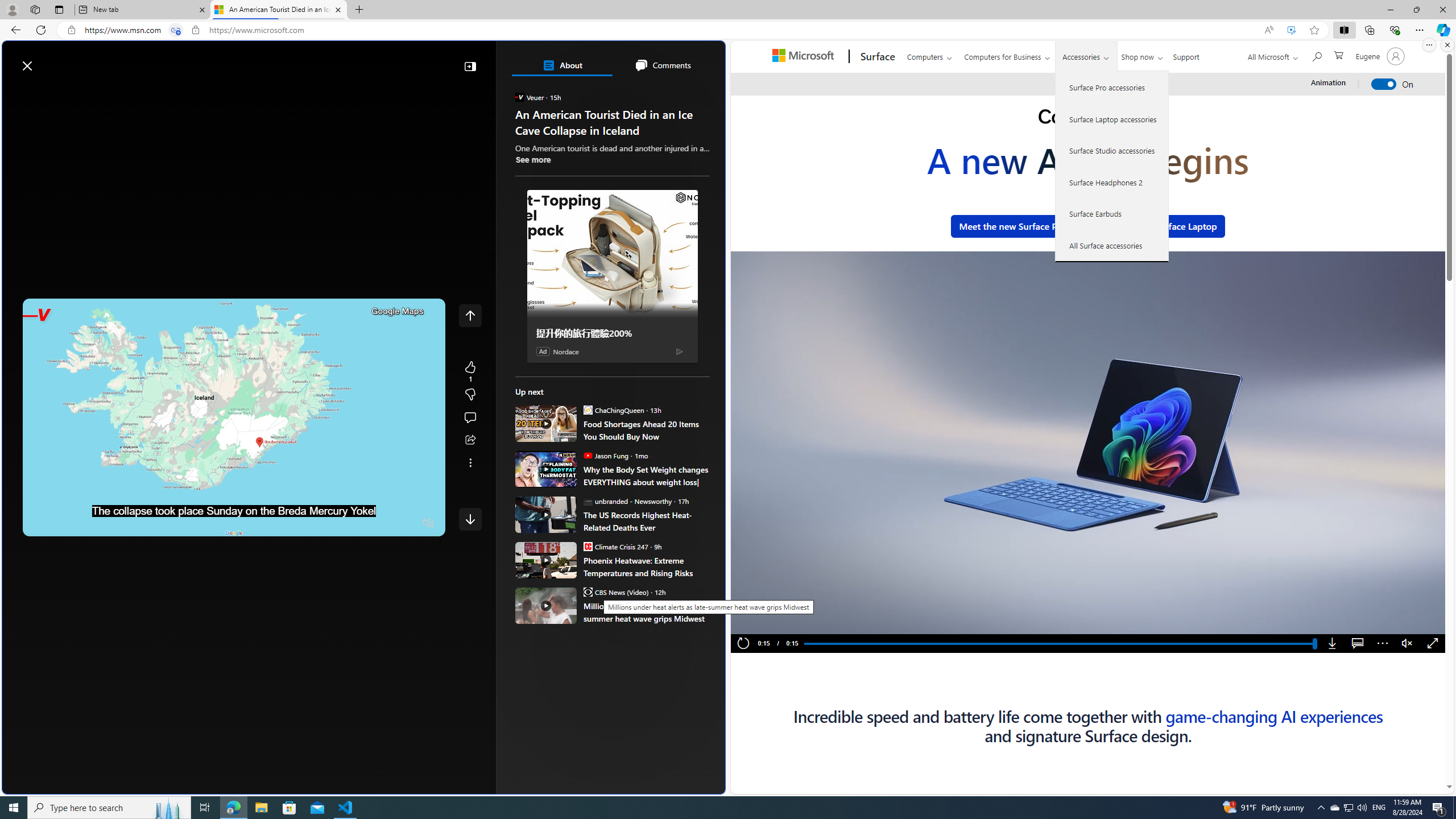  Describe the element at coordinates (16, 92) in the screenshot. I see `'Class: button-glyph'` at that location.